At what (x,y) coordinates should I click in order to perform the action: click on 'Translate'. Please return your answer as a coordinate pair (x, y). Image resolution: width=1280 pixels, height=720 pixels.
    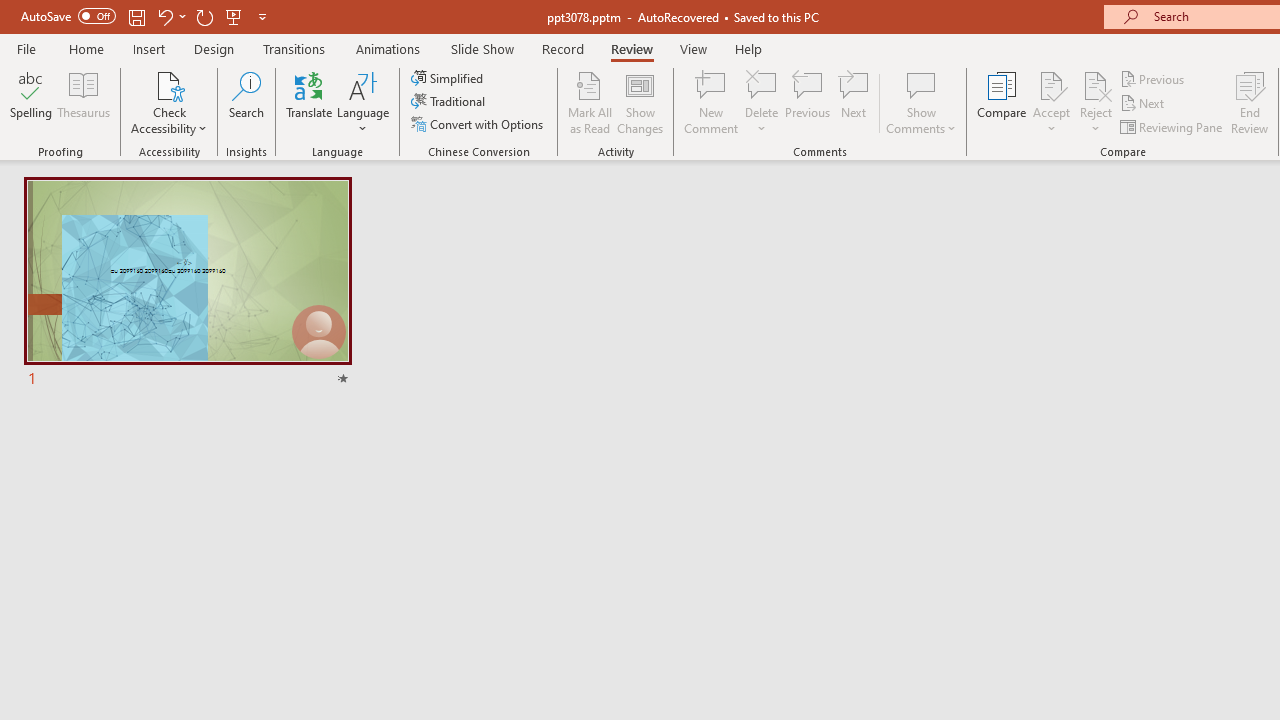
    Looking at the image, I should click on (308, 103).